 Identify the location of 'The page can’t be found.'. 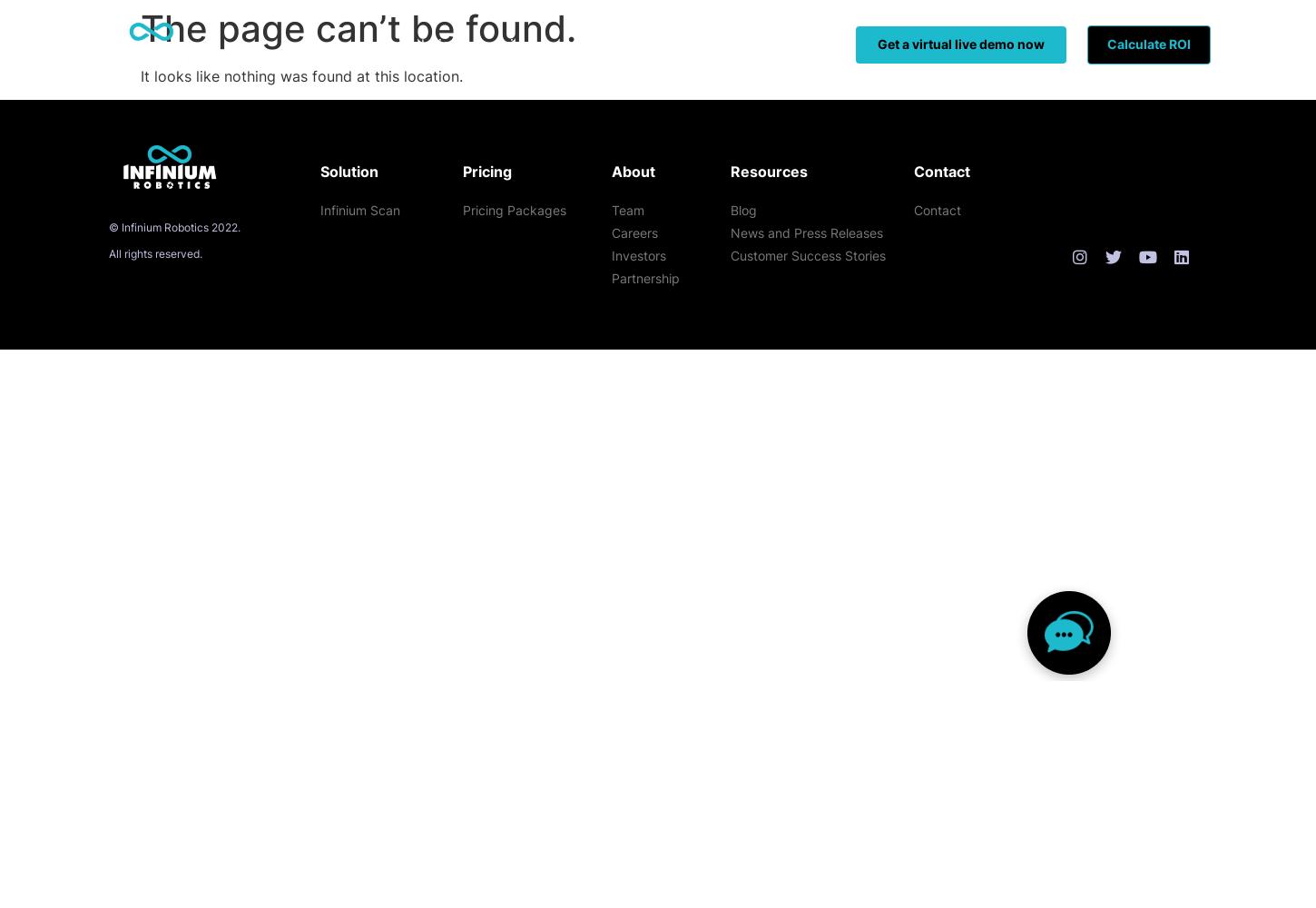
(357, 28).